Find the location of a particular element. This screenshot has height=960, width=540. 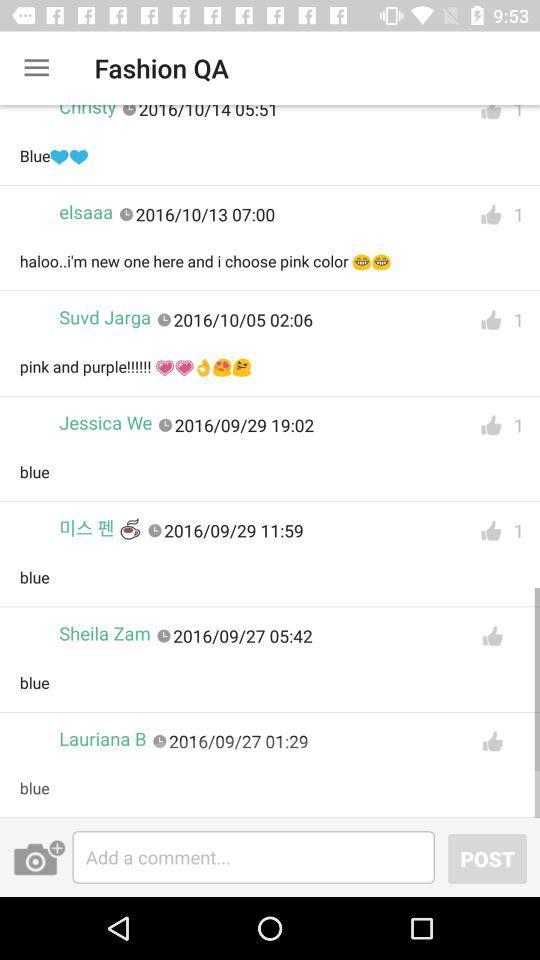

write a comment is located at coordinates (253, 856).